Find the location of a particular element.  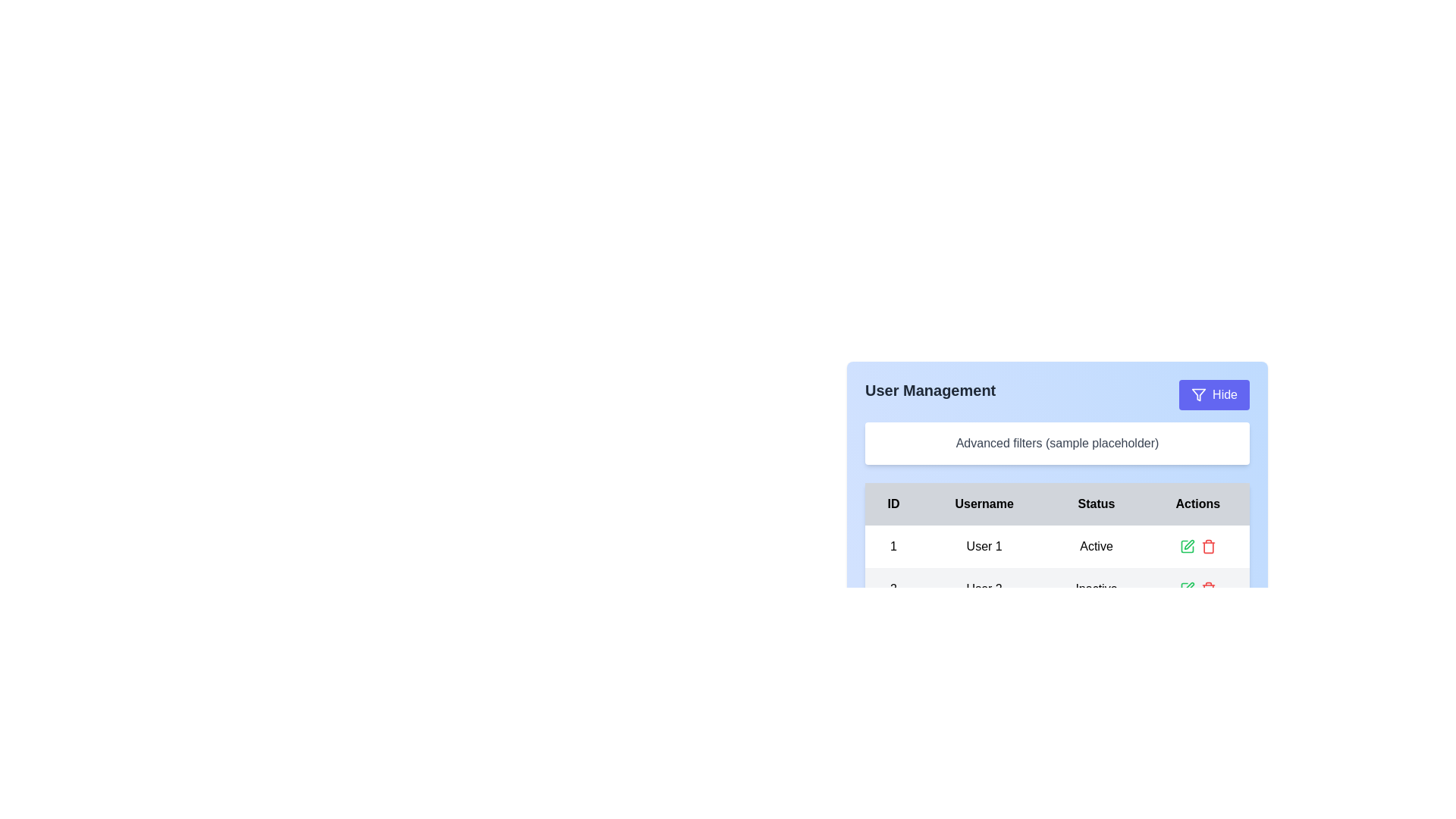

the Icon button located near the 'Actions' column, adjacent to the first row of user data labeled 'User 1', to initiate editing is located at coordinates (1188, 544).